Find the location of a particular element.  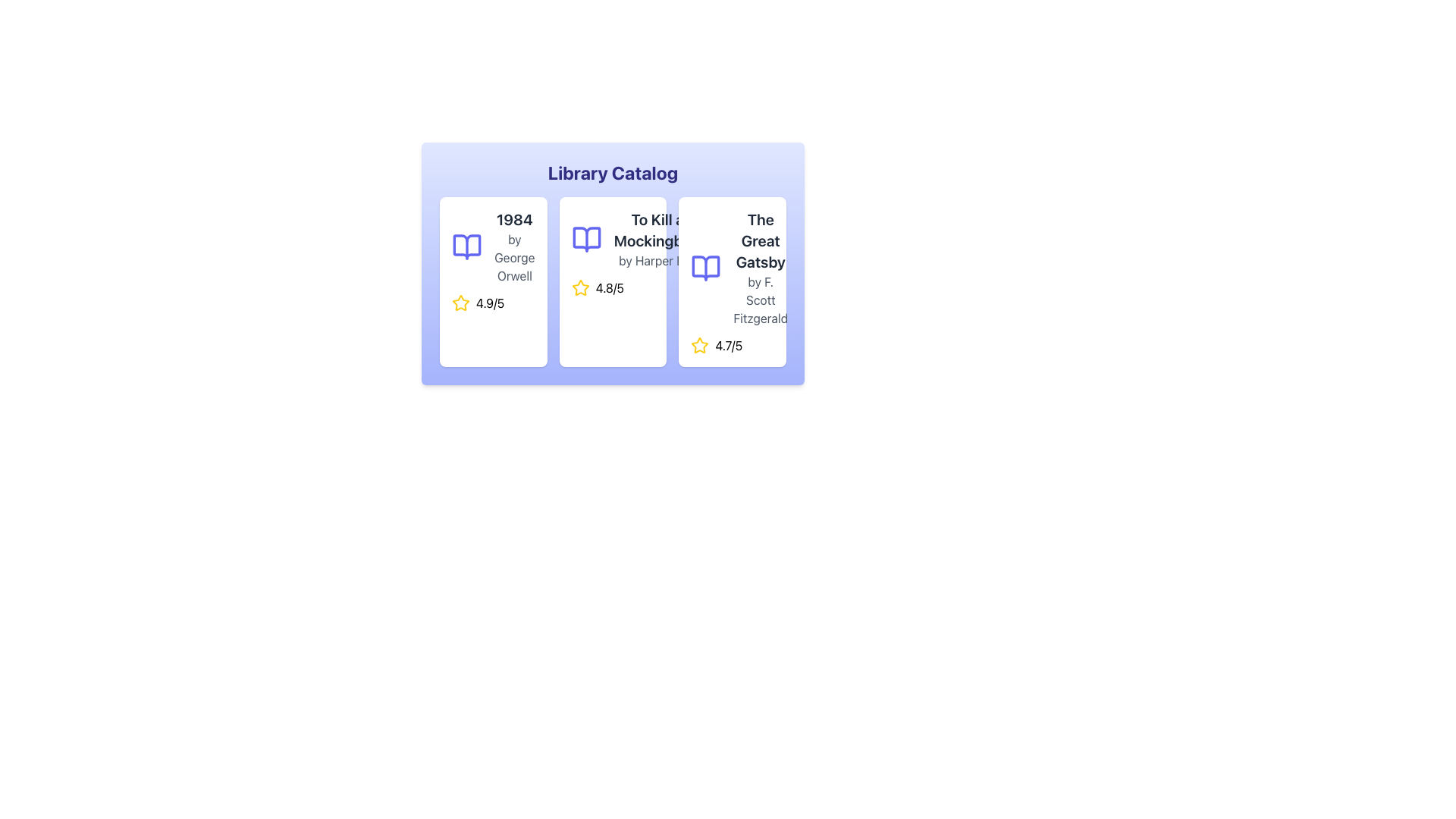

the book icon located within the card representing 'The Great Gatsby', positioned to the left of the title text is located at coordinates (705, 268).